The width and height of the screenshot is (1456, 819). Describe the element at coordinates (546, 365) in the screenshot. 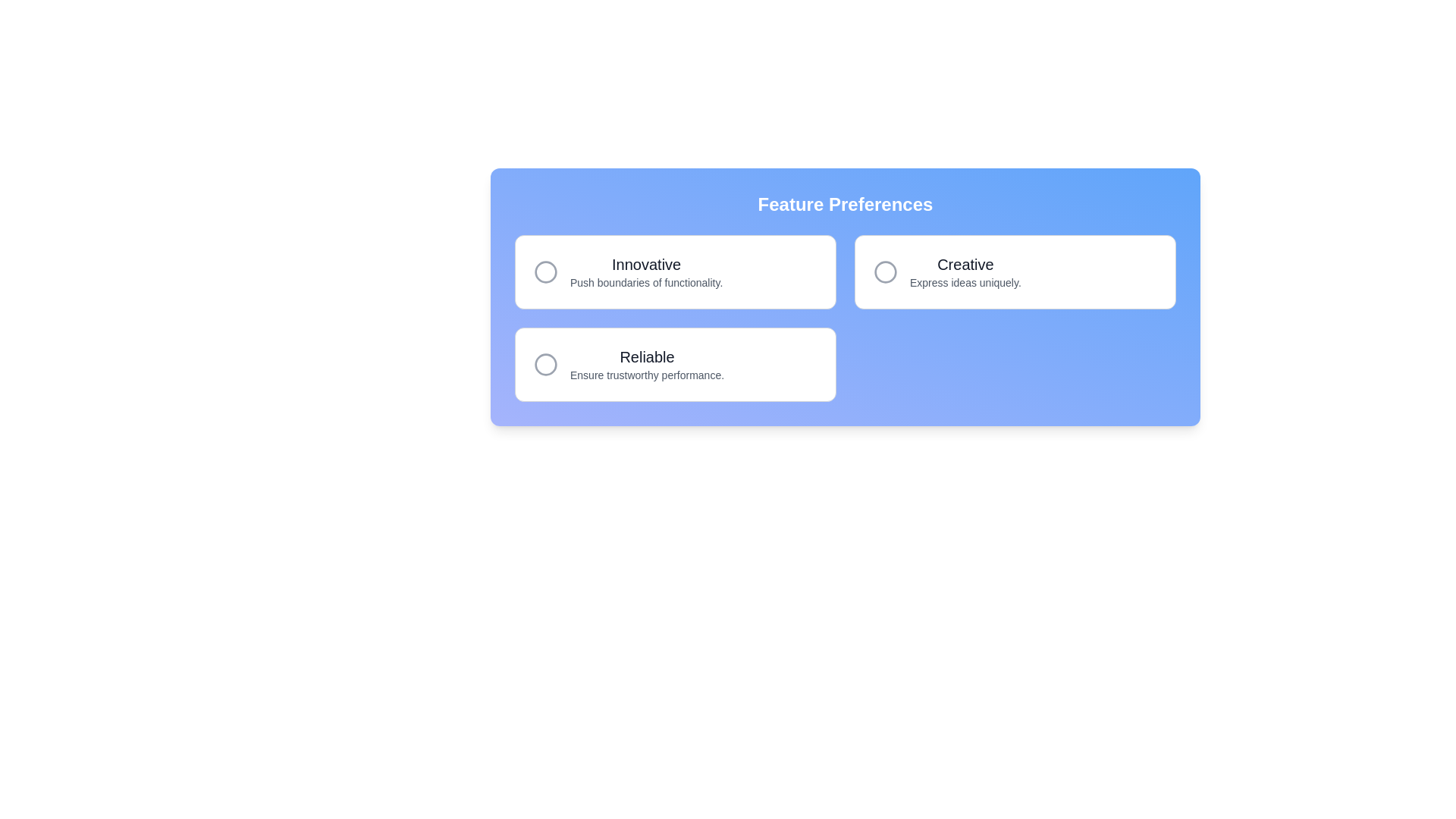

I see `the circular SVG radio button located to the left of the label 'Reliable Ensure trustworthy performance.'` at that location.